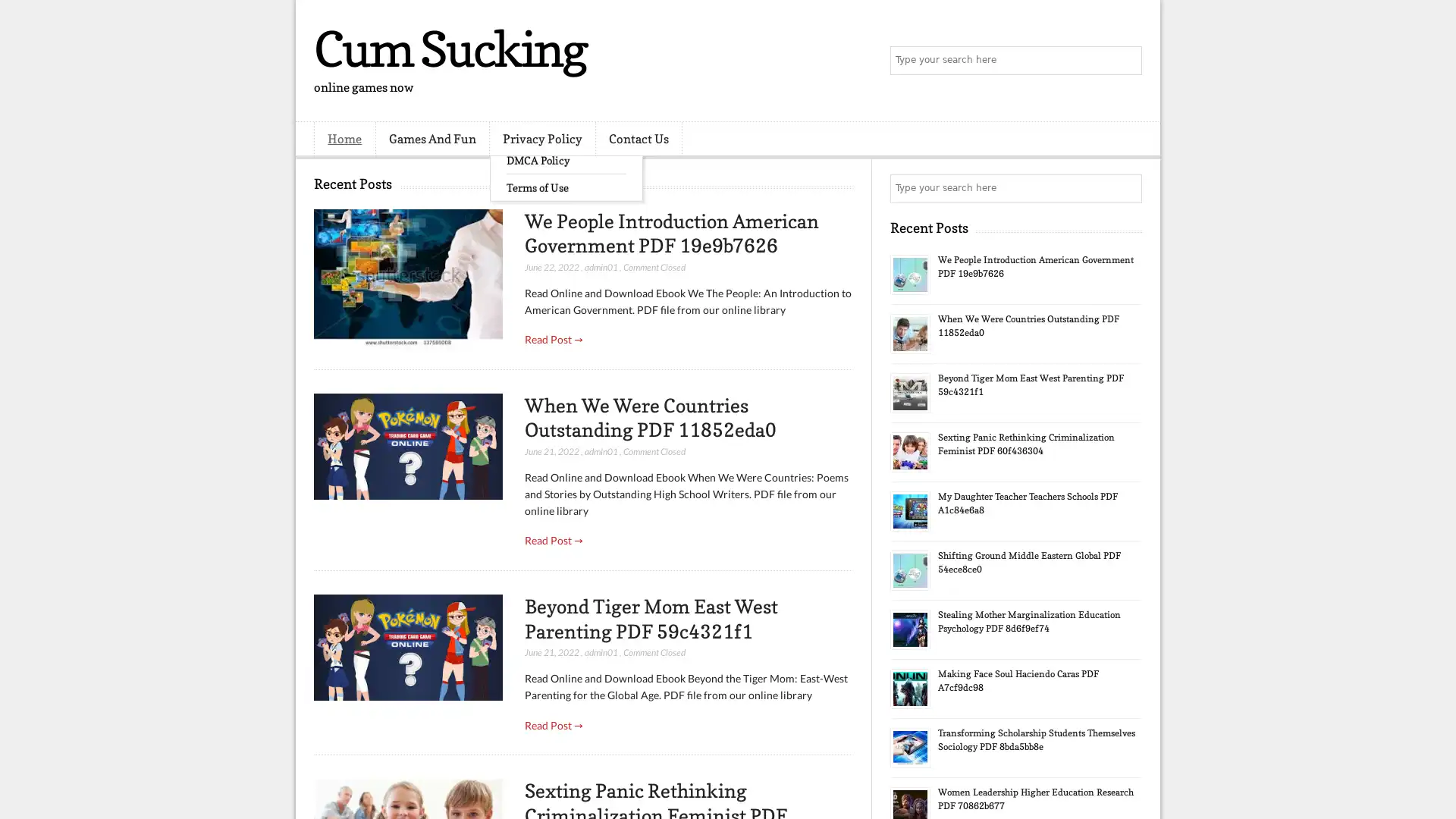  Describe the element at coordinates (1126, 188) in the screenshot. I see `Search` at that location.